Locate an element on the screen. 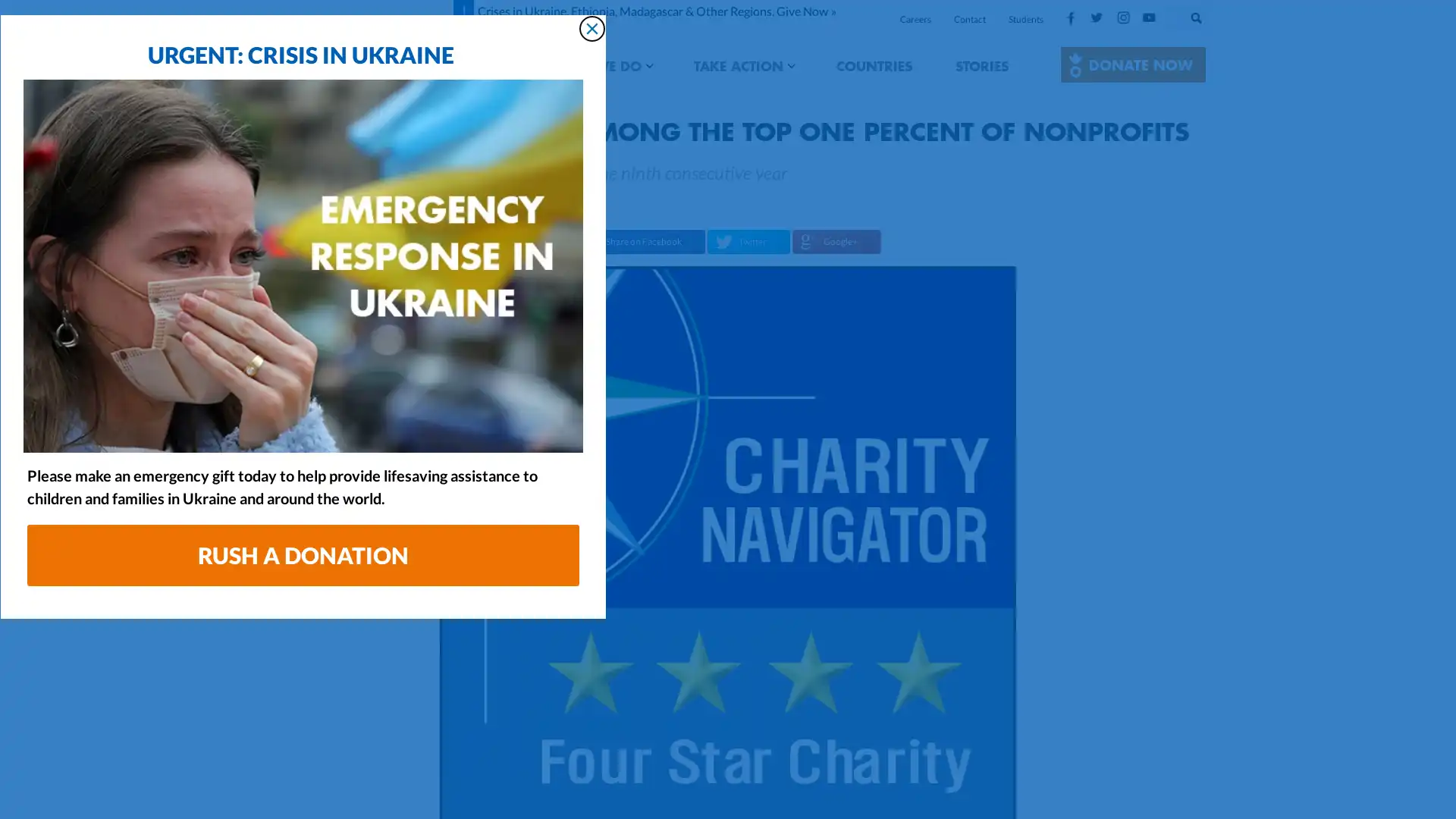 This screenshot has height=819, width=1456. Close is located at coordinates (1016, 120).